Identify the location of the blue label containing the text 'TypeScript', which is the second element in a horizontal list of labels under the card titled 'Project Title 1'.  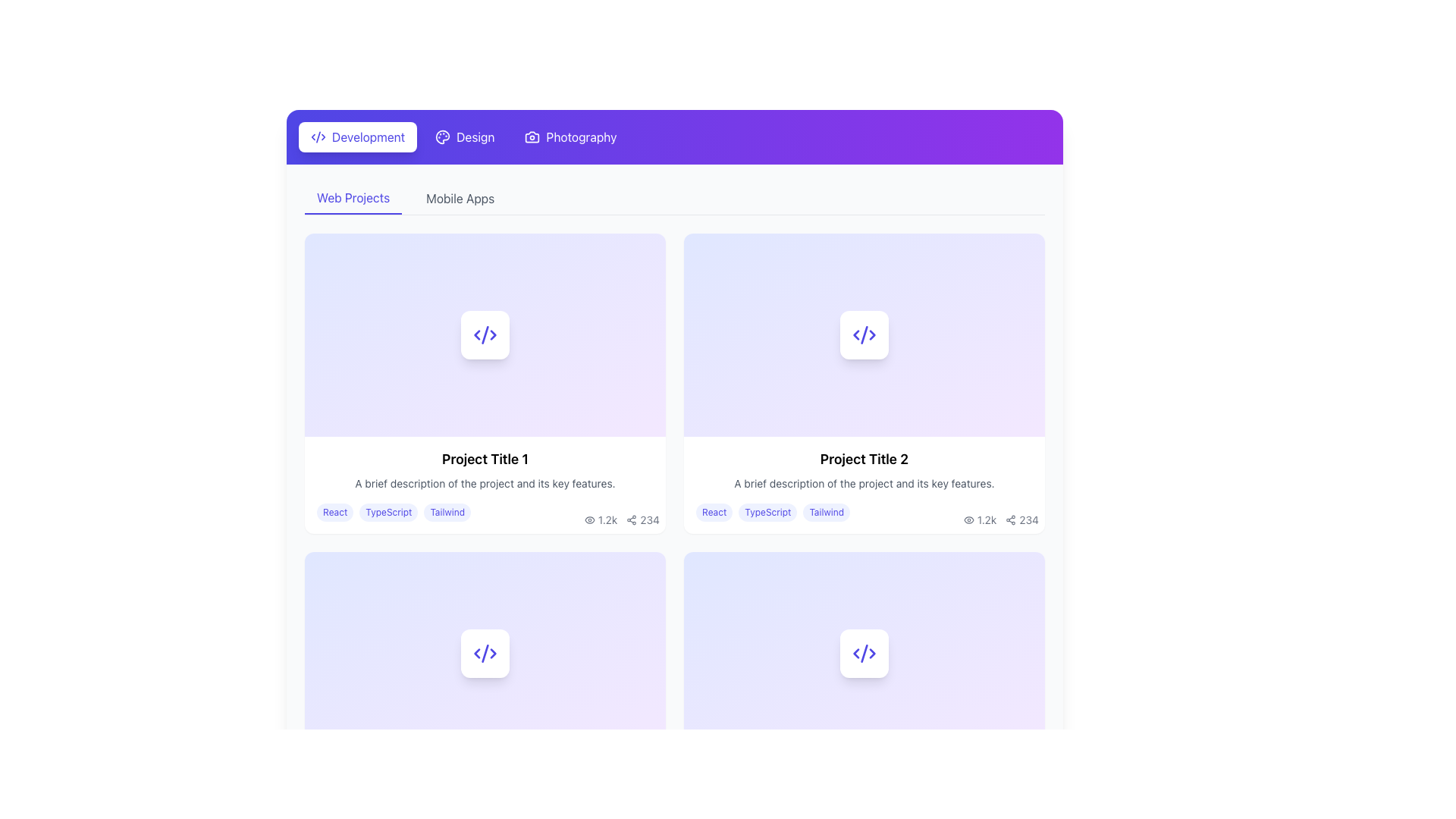
(388, 512).